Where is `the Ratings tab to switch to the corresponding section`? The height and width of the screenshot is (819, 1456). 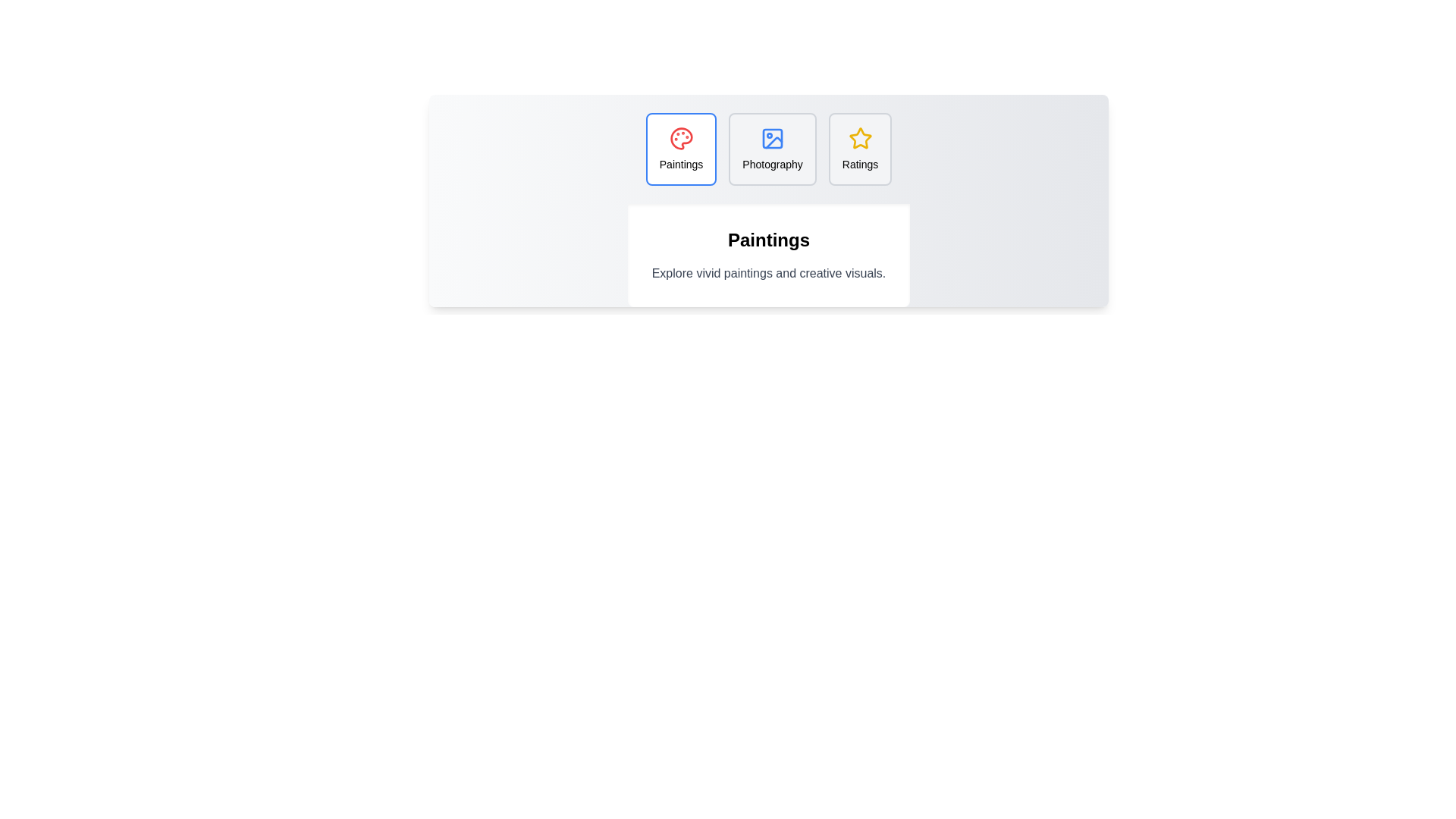 the Ratings tab to switch to the corresponding section is located at coordinates (860, 149).